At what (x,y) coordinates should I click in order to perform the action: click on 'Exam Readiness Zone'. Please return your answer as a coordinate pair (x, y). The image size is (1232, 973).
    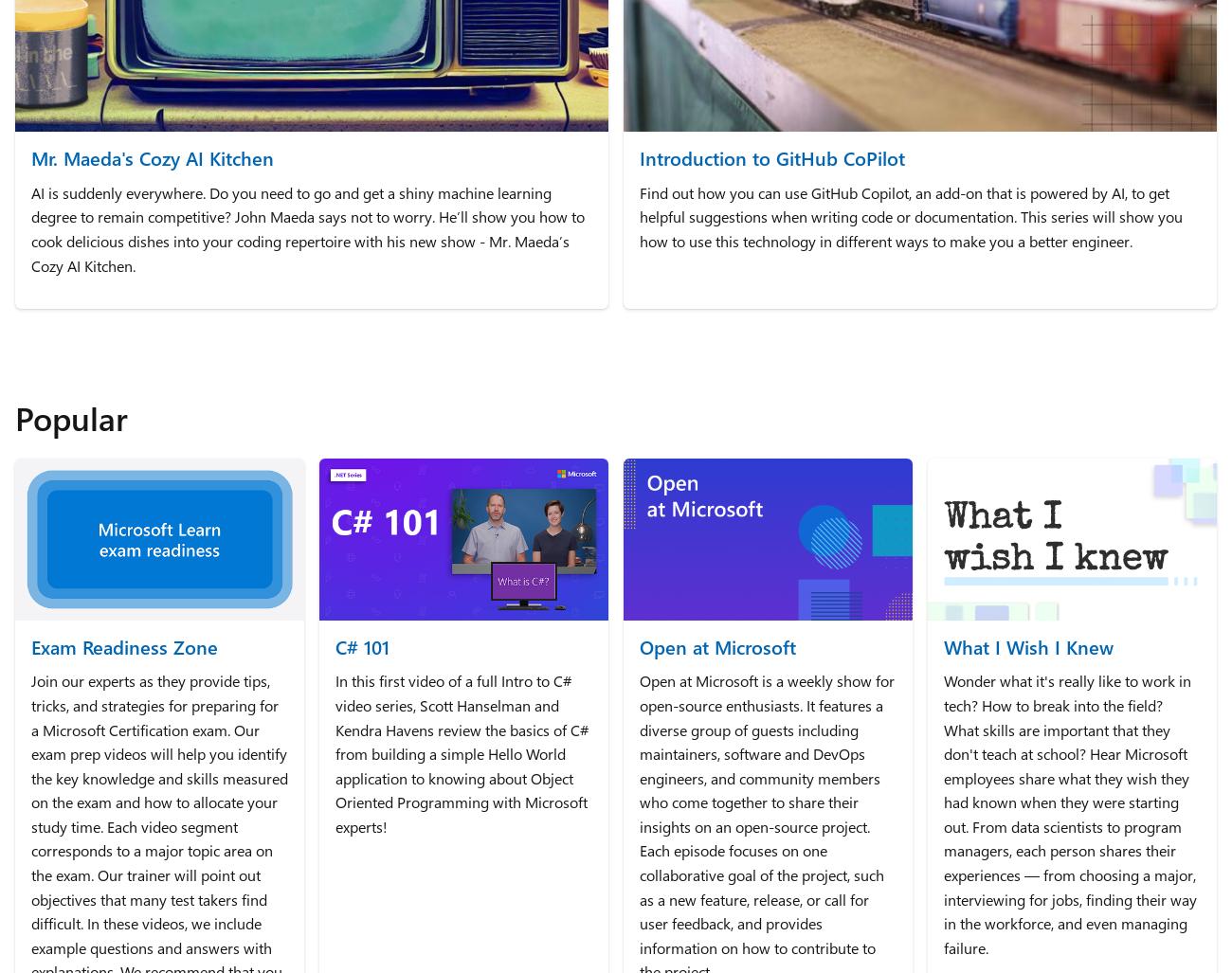
    Looking at the image, I should click on (30, 644).